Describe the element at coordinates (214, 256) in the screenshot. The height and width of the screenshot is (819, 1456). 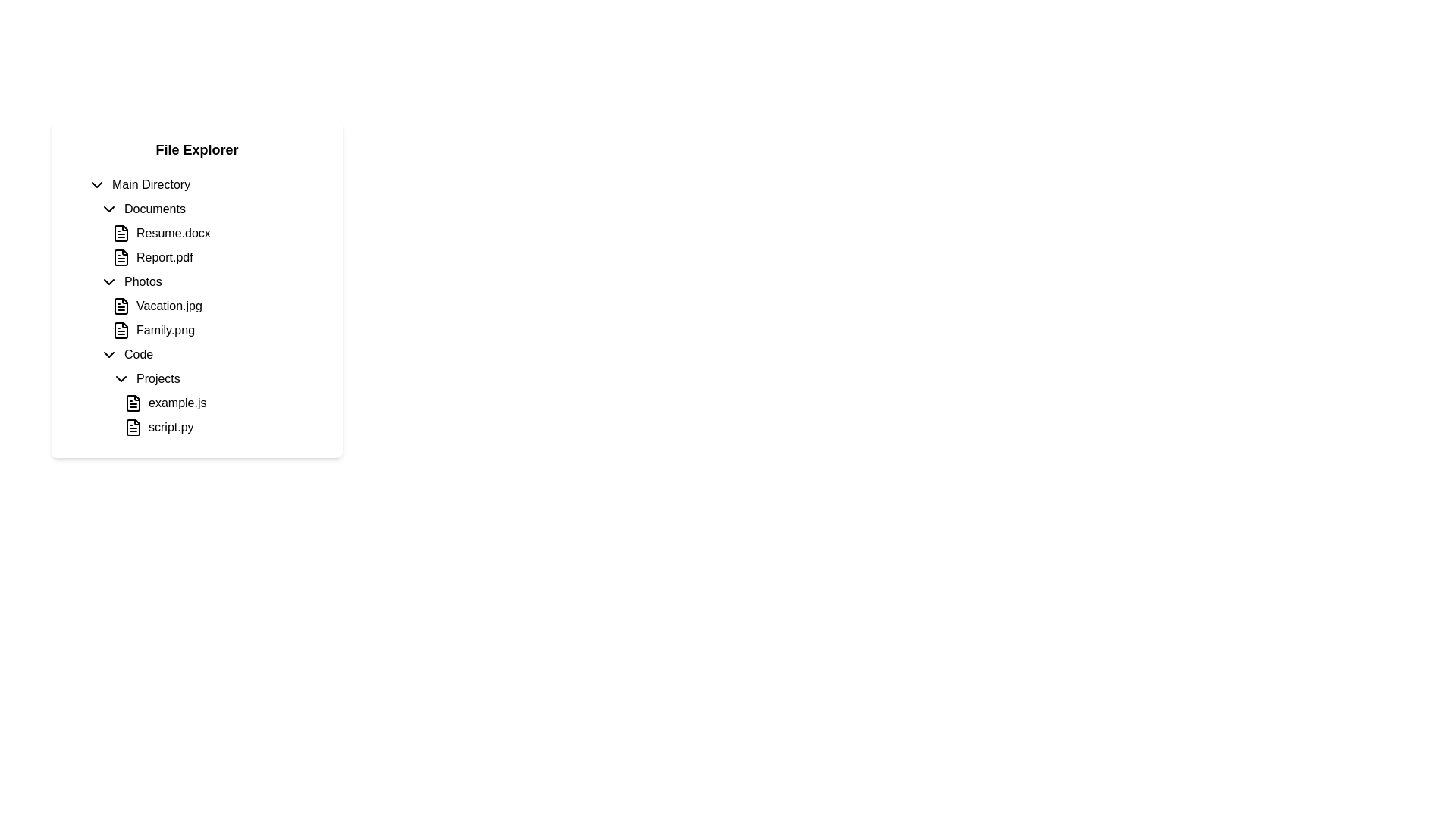
I see `the file entry titled 'Report.pdf' in the file explorer` at that location.